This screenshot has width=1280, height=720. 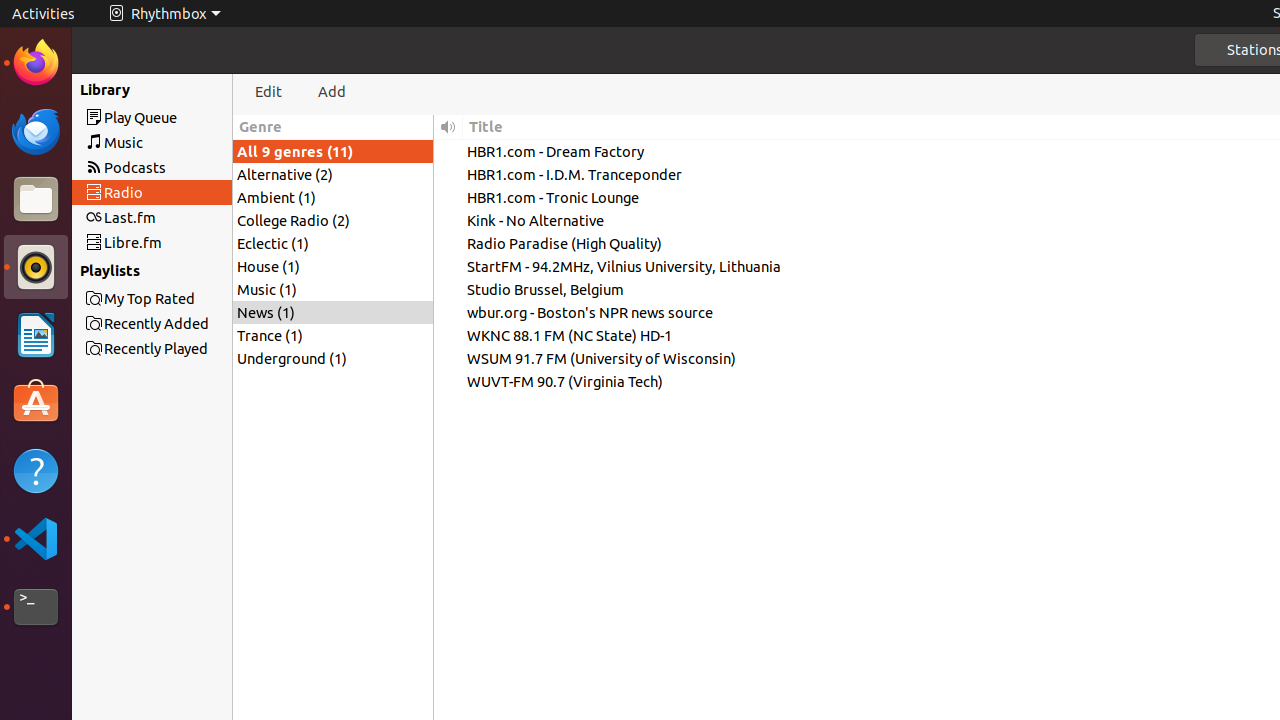 I want to click on 'Recently Added', so click(x=188, y=322).